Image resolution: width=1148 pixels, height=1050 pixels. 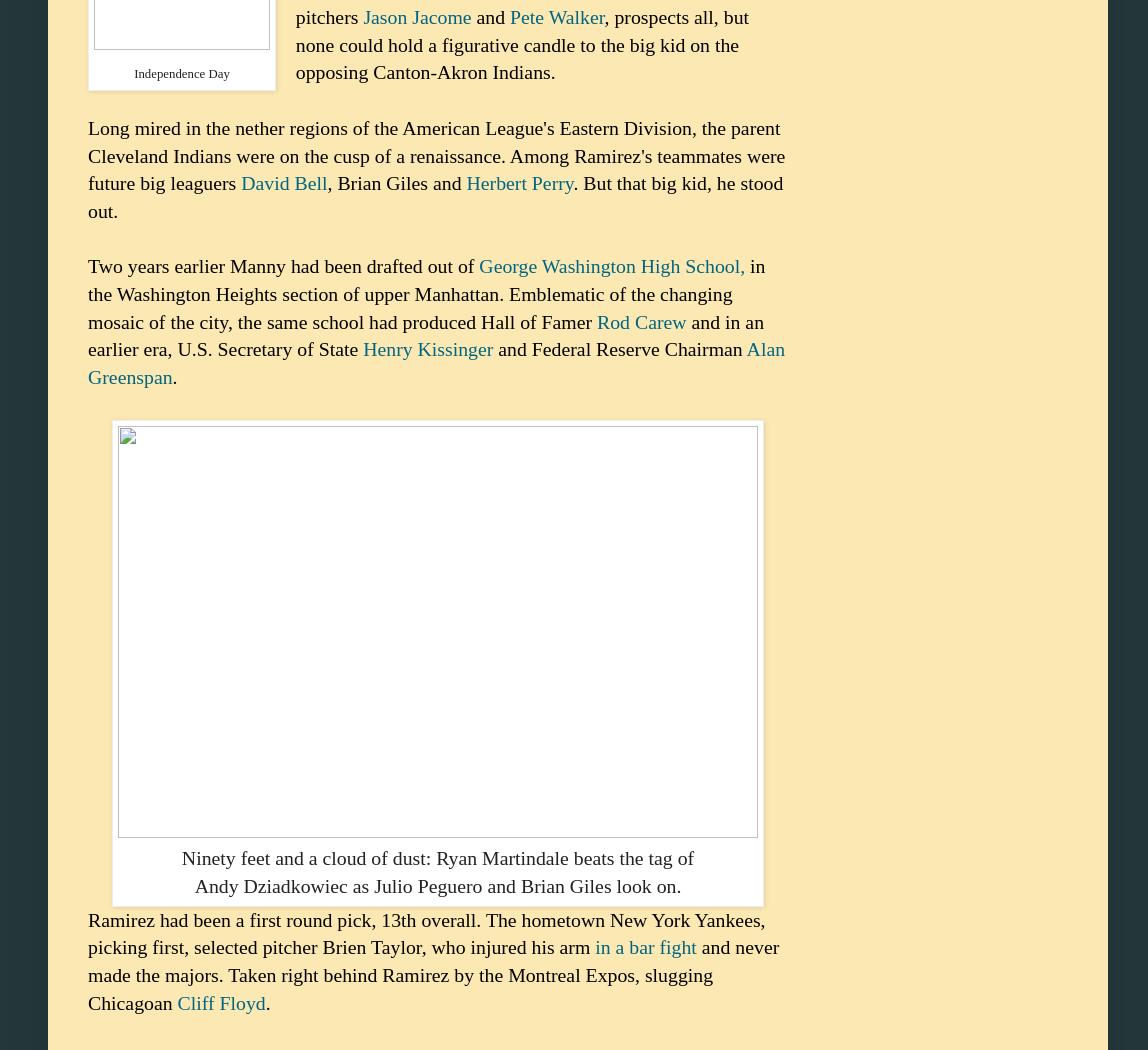 What do you see at coordinates (519, 183) in the screenshot?
I see `'Herbert Perry'` at bounding box center [519, 183].